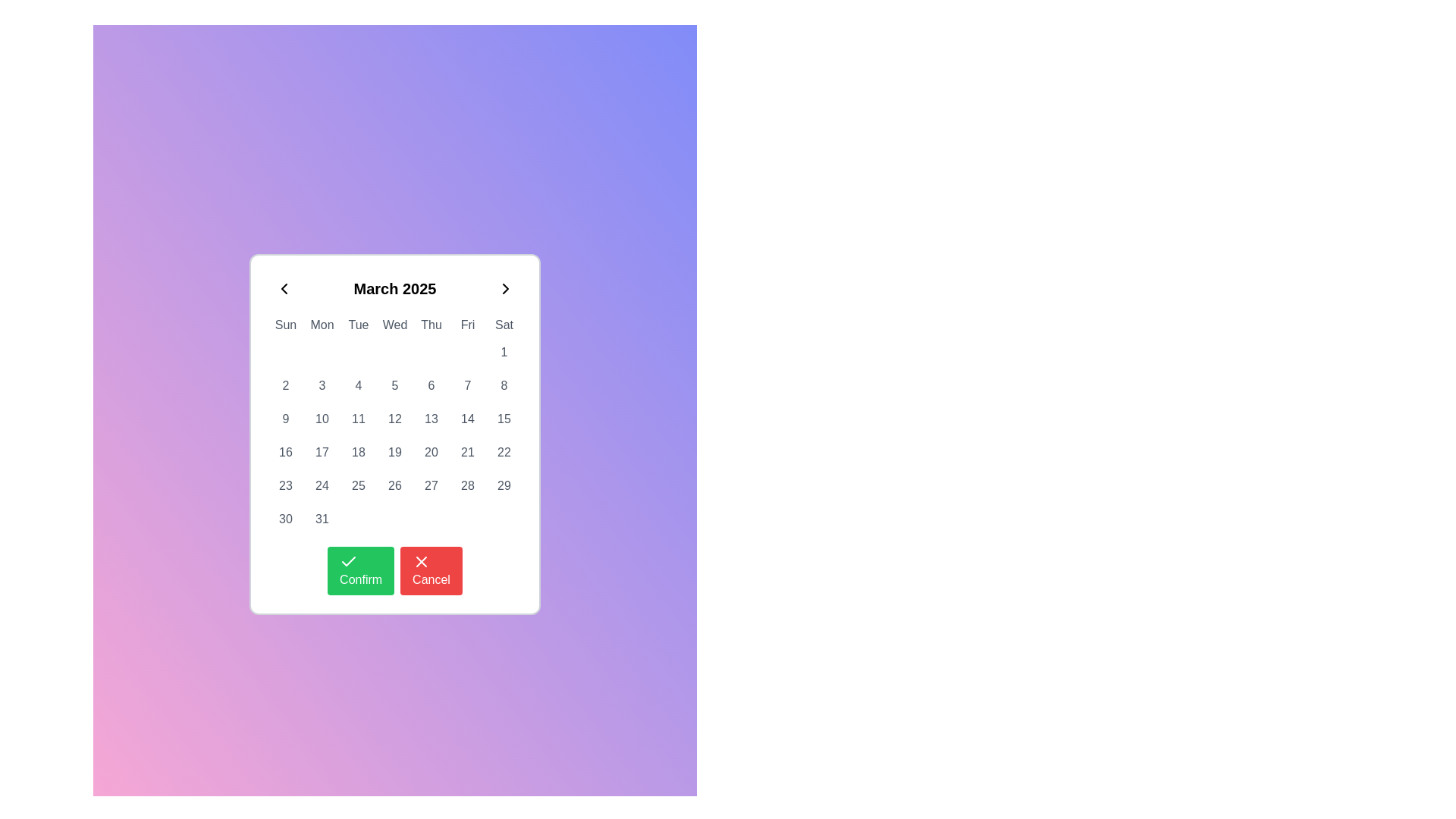  What do you see at coordinates (422, 561) in the screenshot?
I see `the 'Cancel' button icon located at the bottom right corner of the calendar interface` at bounding box center [422, 561].